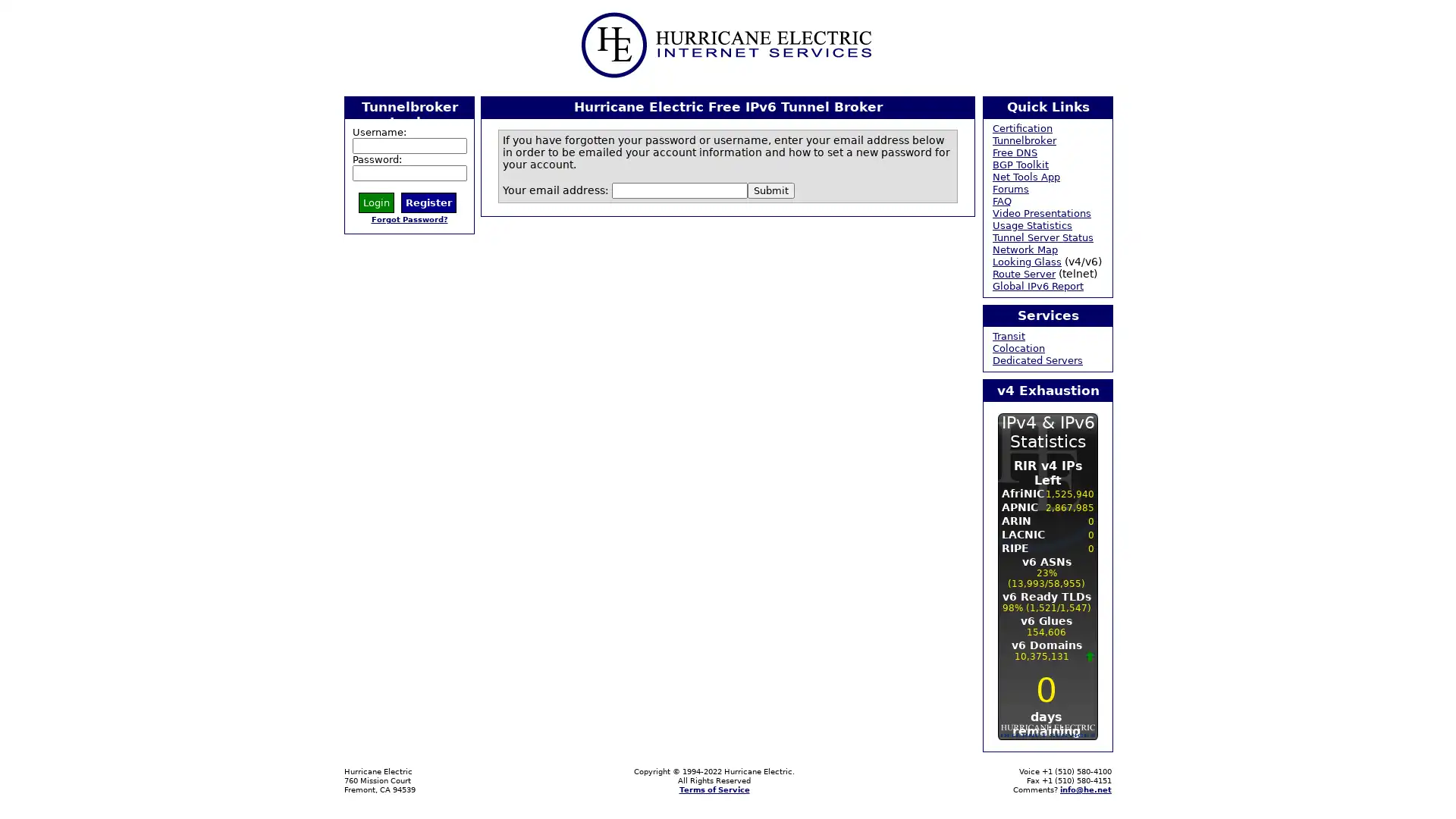 The width and height of the screenshot is (1456, 819). Describe the element at coordinates (376, 201) in the screenshot. I see `Login` at that location.